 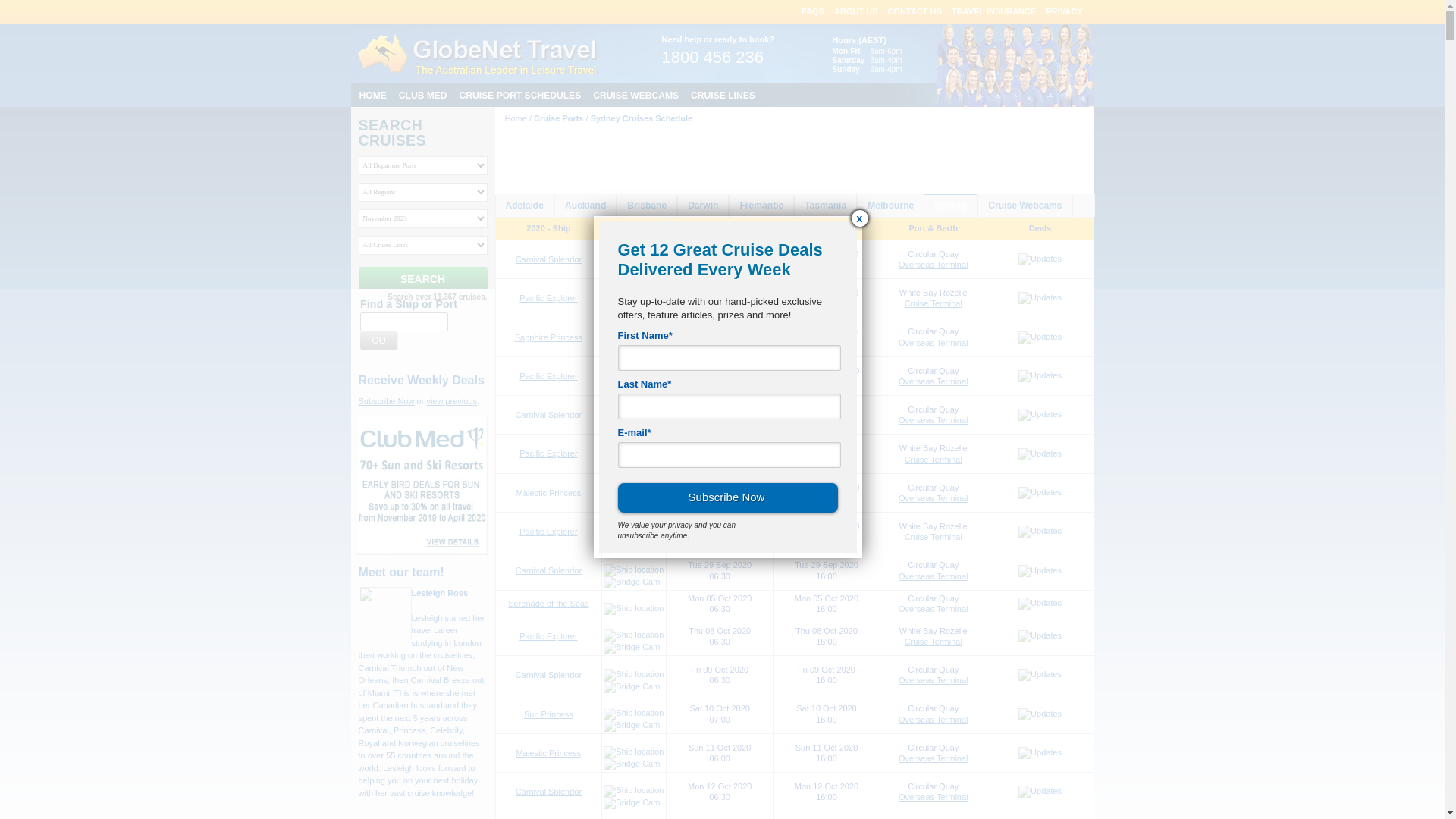 What do you see at coordinates (422, 95) in the screenshot?
I see `'CLUB MED'` at bounding box center [422, 95].